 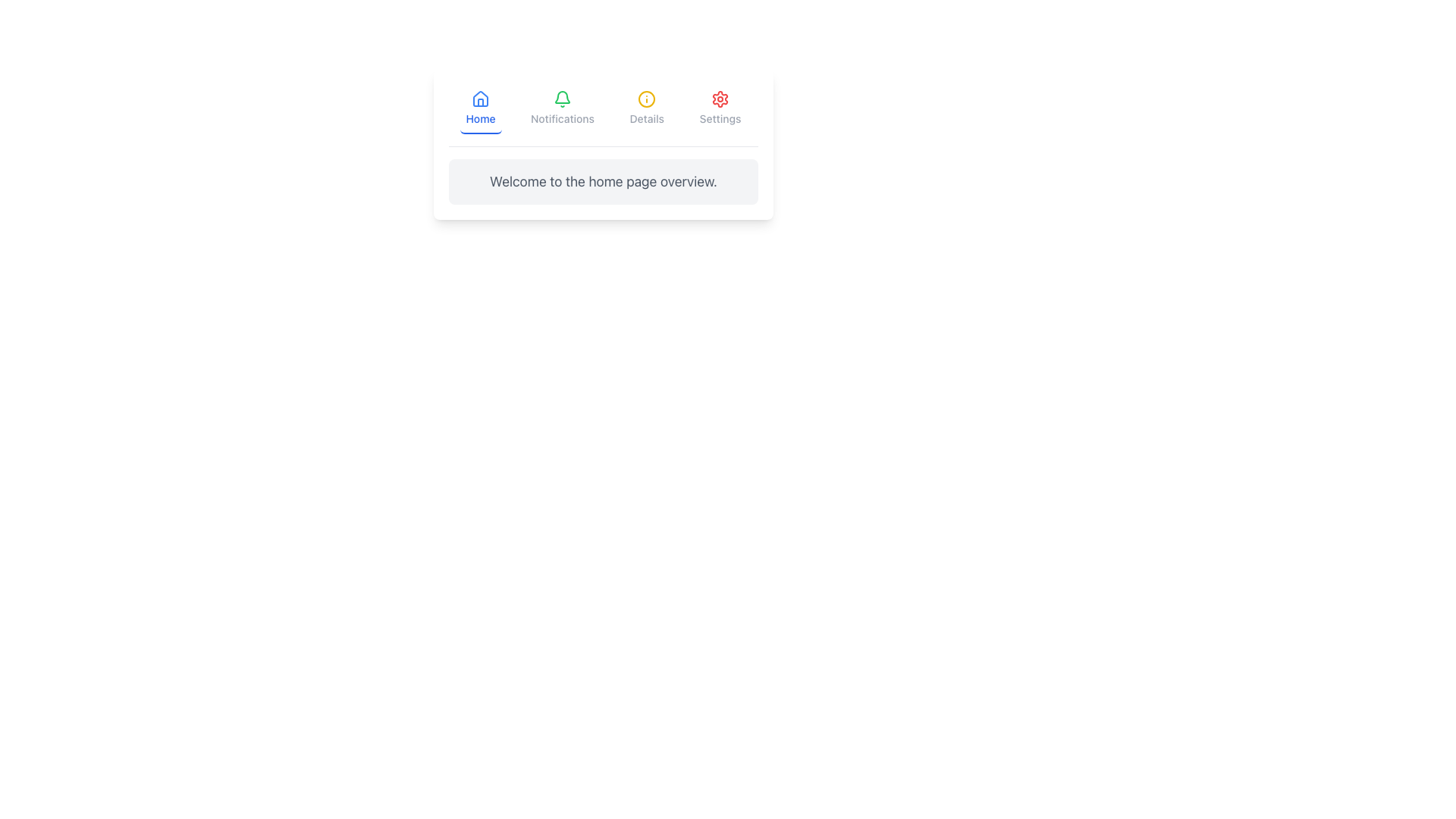 I want to click on the lower portion of the bell icon, which represents the notification feature, so click(x=562, y=96).